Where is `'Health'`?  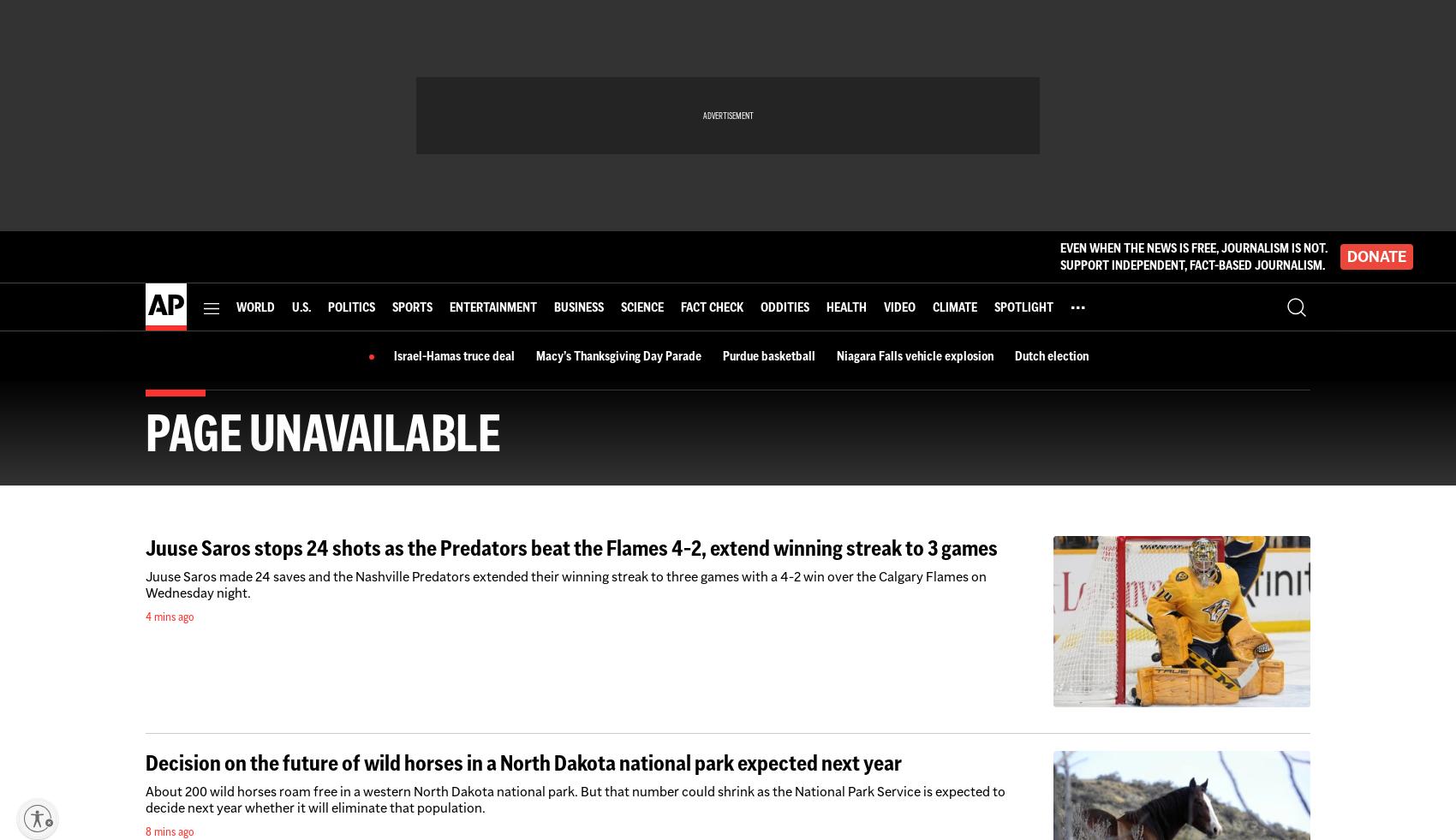
'Health' is located at coordinates (825, 305).